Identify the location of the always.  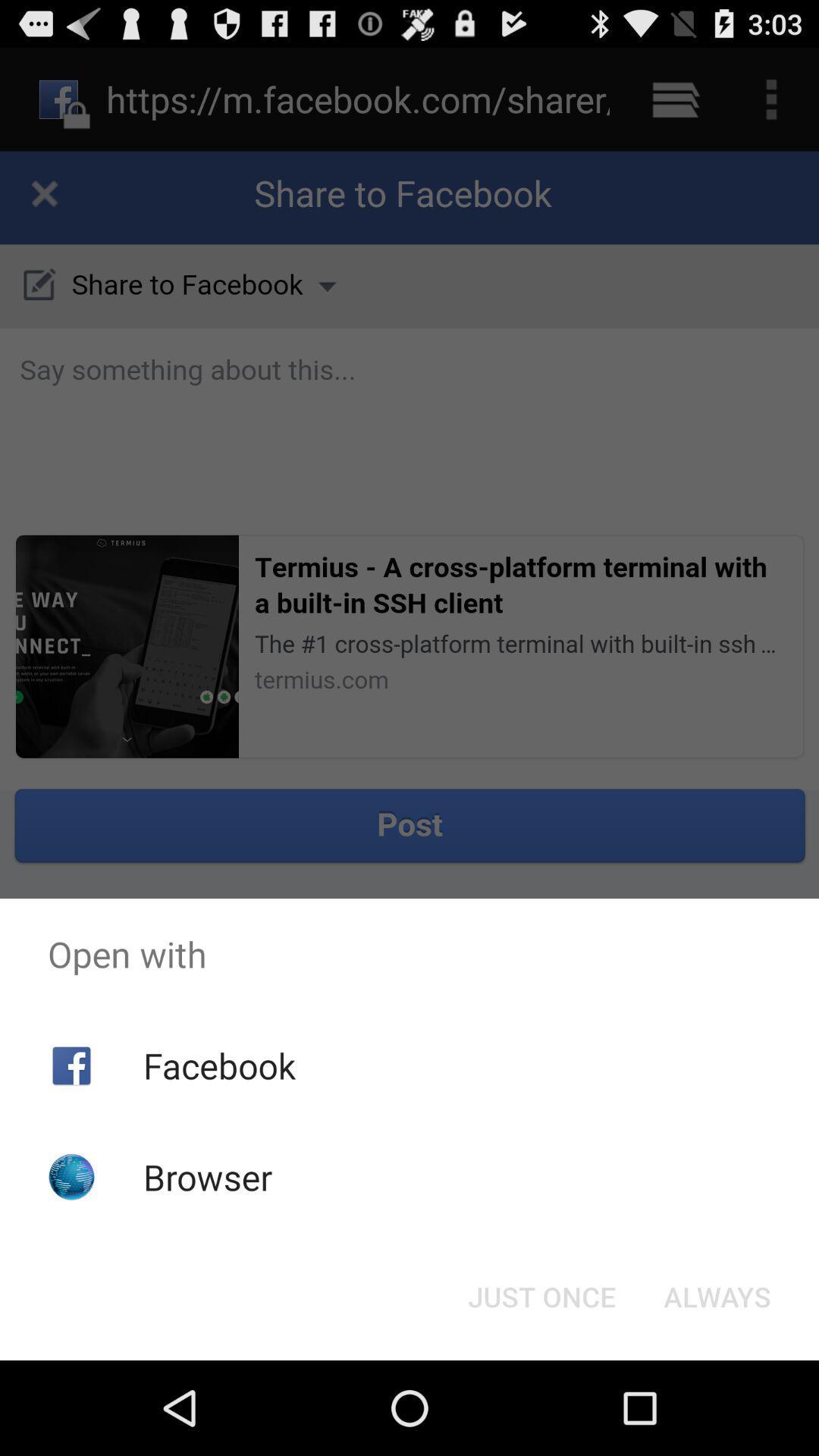
(717, 1295).